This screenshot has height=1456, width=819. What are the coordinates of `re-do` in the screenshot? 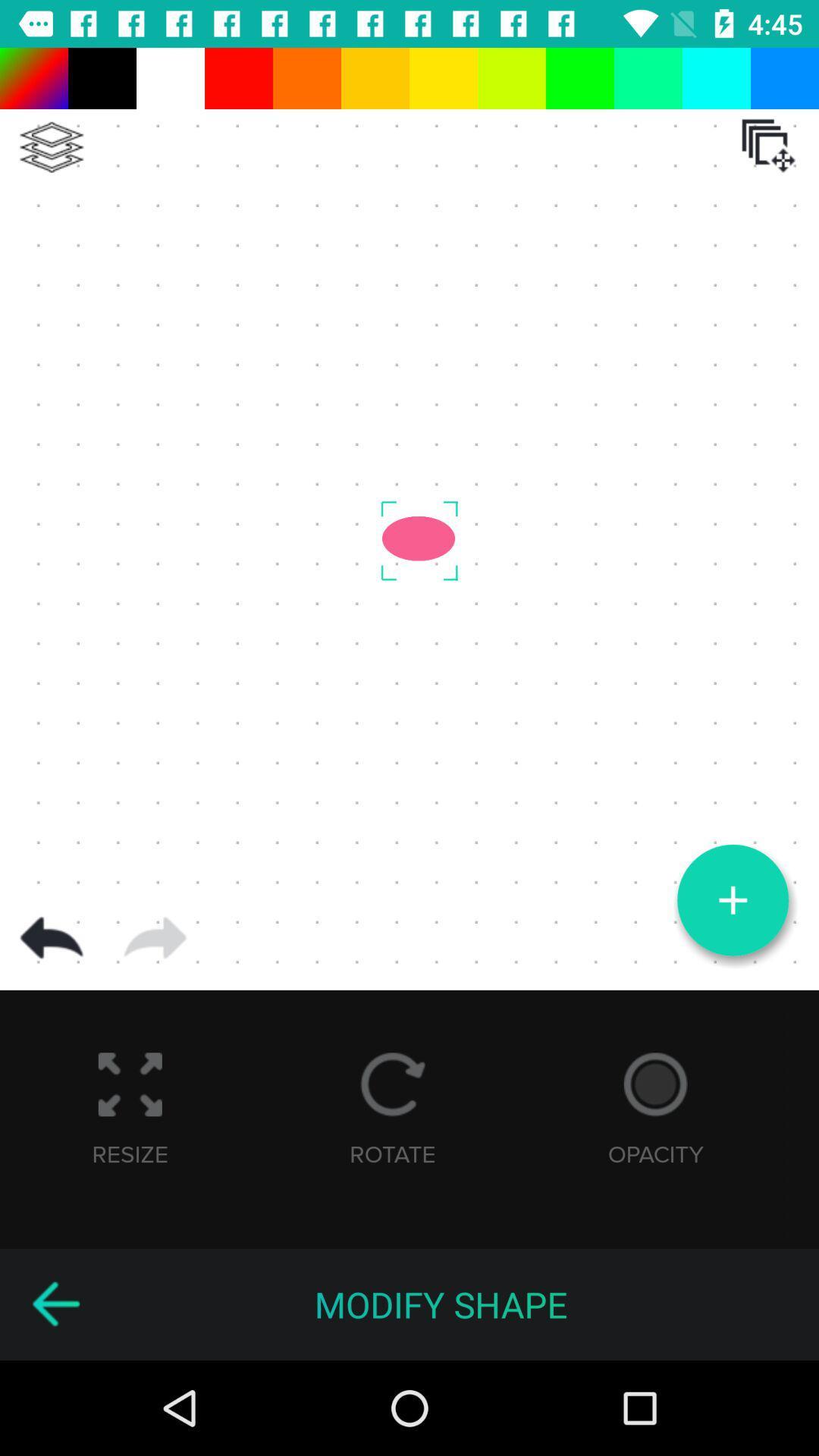 It's located at (155, 937).